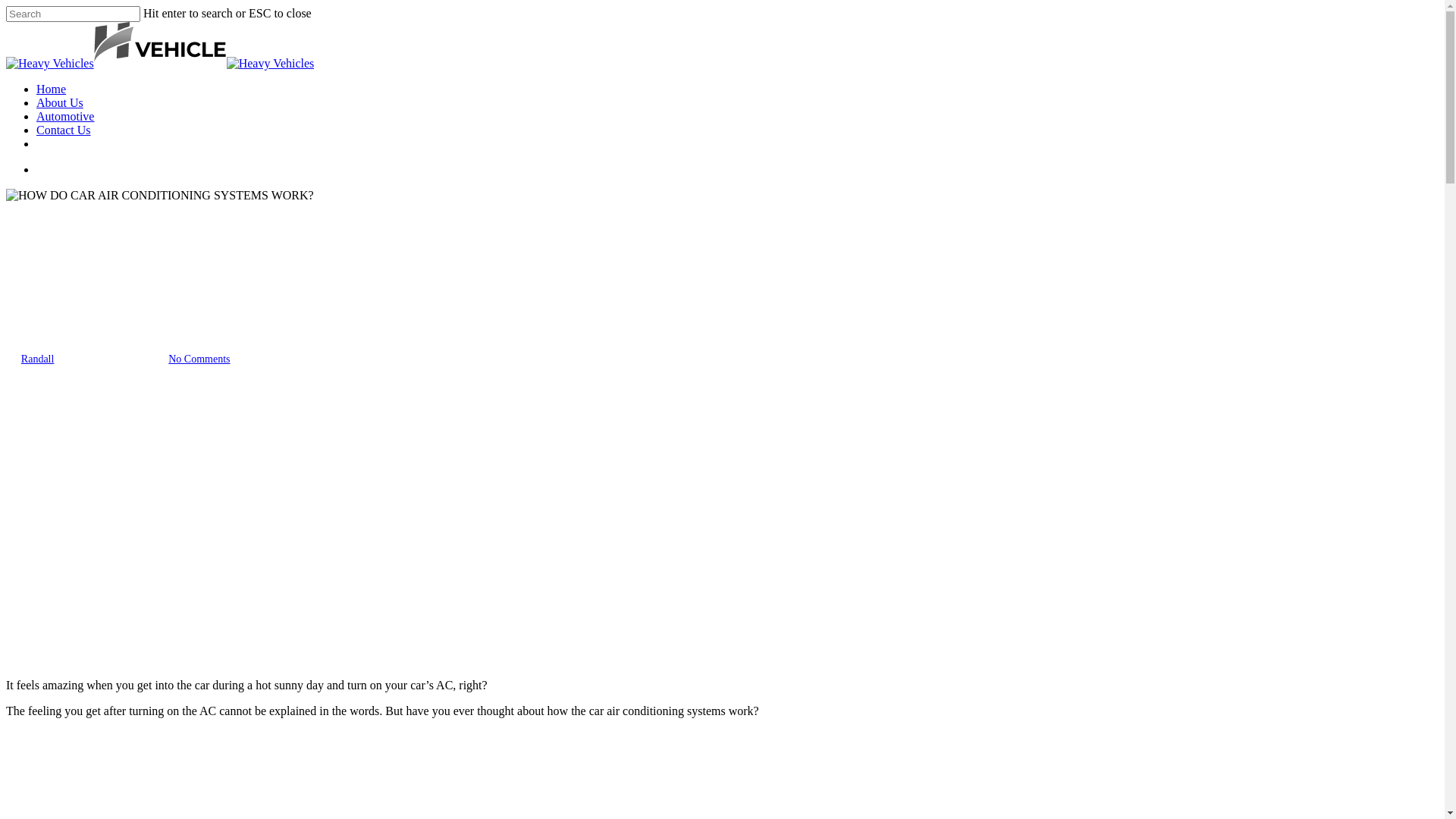 The height and width of the screenshot is (819, 1456). Describe the element at coordinates (36, 89) in the screenshot. I see `'Home'` at that location.